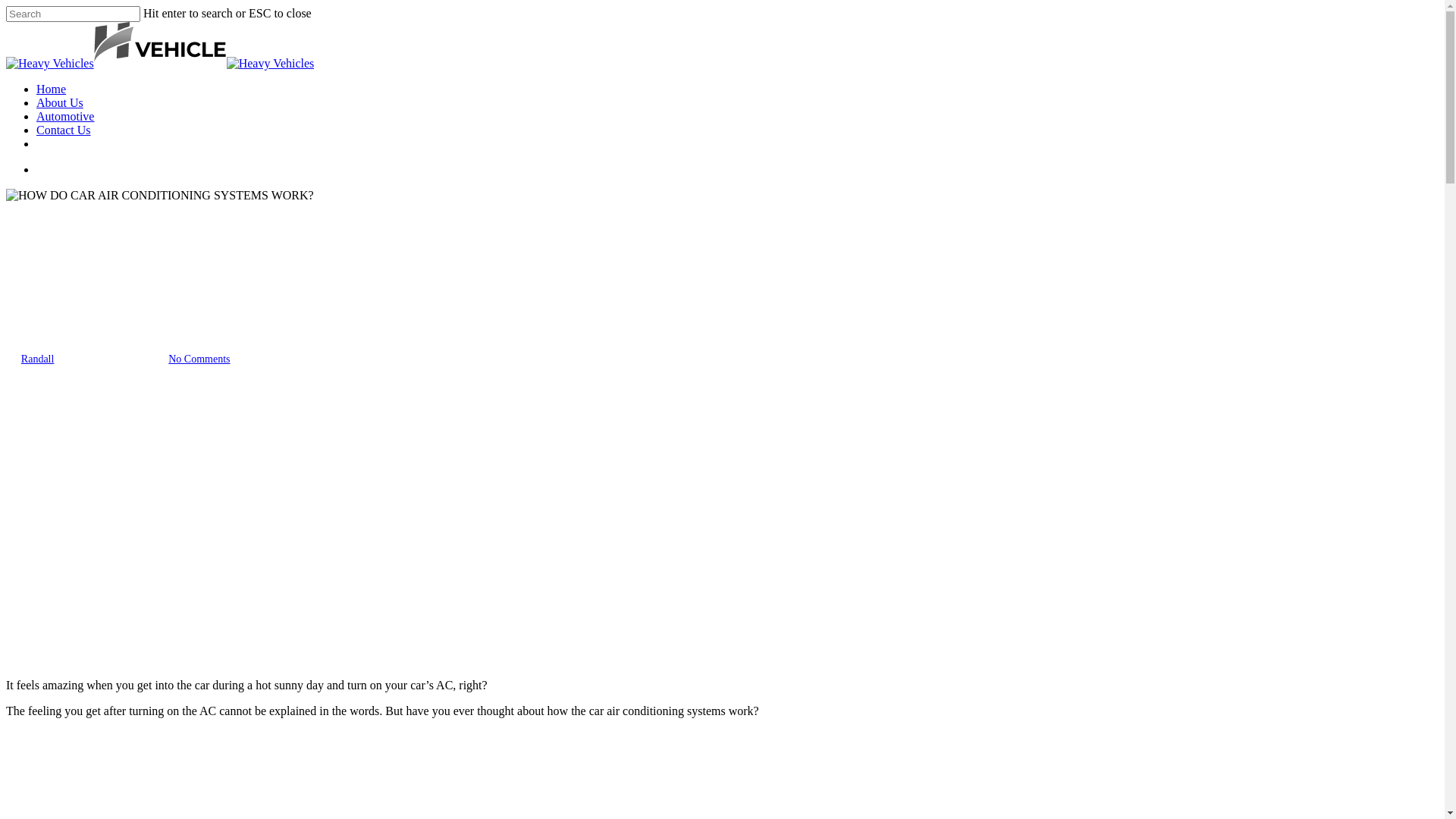 The height and width of the screenshot is (819, 1456). Describe the element at coordinates (36, 89) in the screenshot. I see `'Home'` at that location.